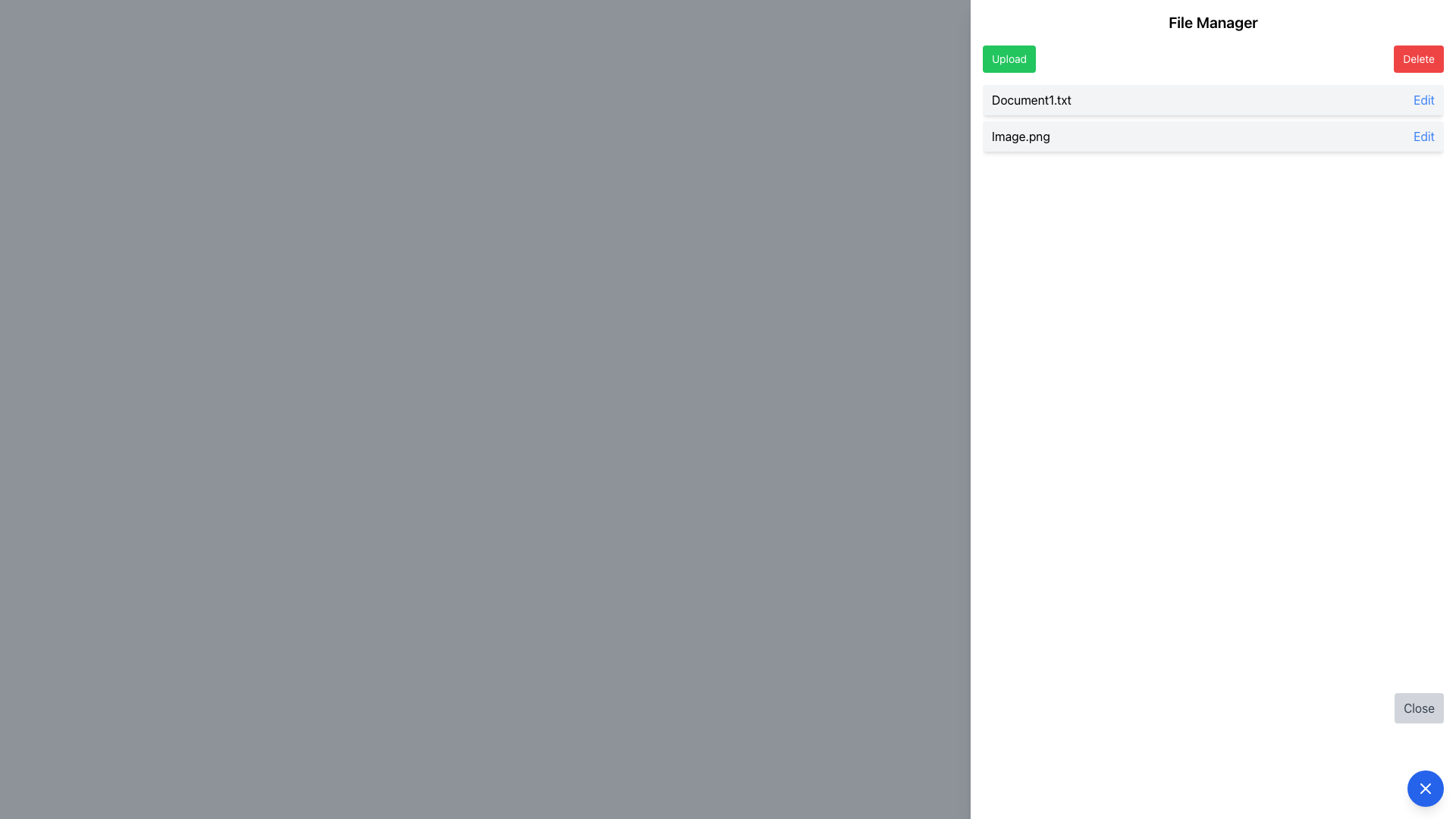  Describe the element at coordinates (1212, 708) in the screenshot. I see `the 'Close' button located at the bottom-right corner of the 'File Manager' panel` at that location.